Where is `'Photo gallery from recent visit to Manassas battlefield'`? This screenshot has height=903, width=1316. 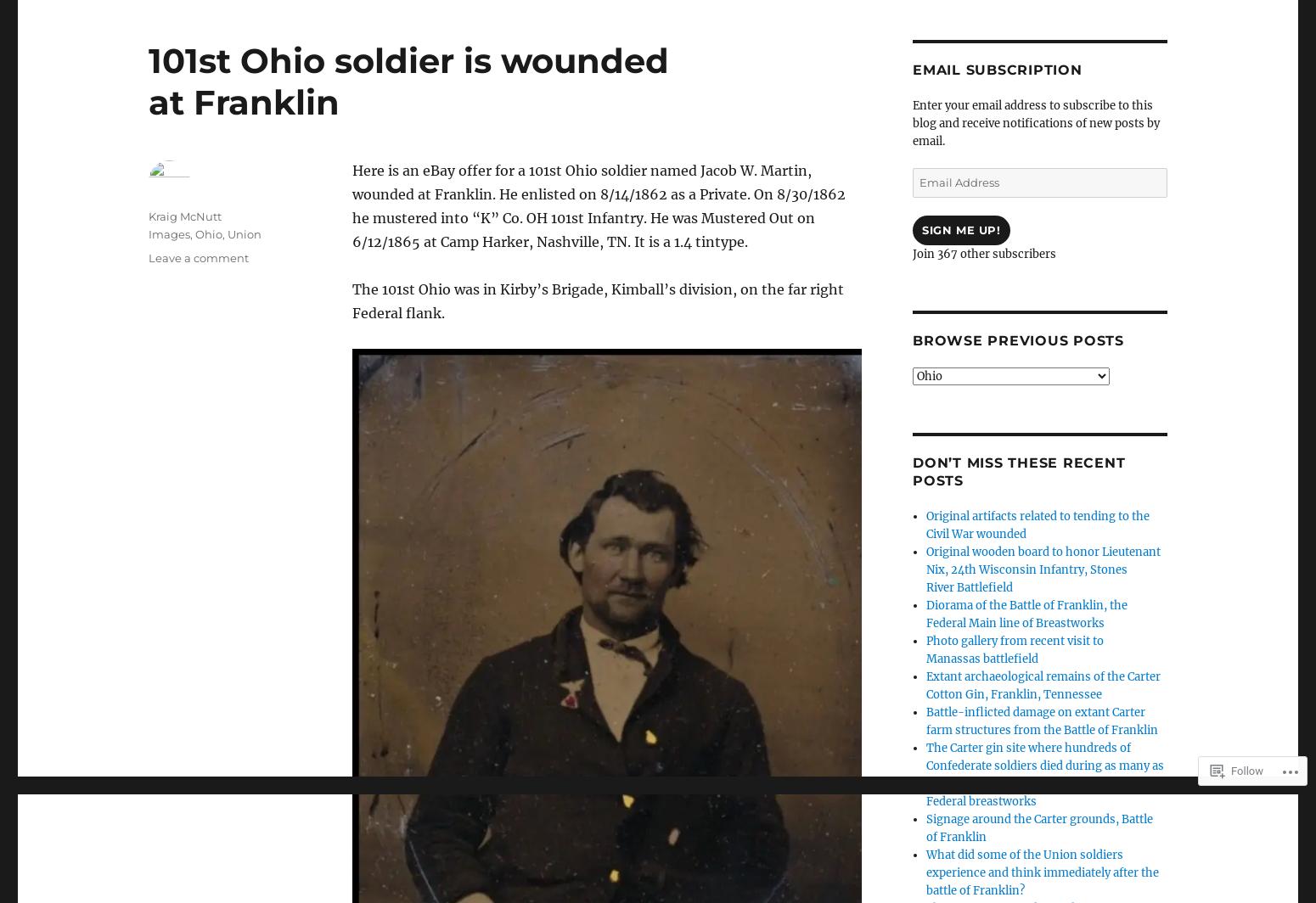 'Photo gallery from recent visit to Manassas battlefield' is located at coordinates (1015, 649).